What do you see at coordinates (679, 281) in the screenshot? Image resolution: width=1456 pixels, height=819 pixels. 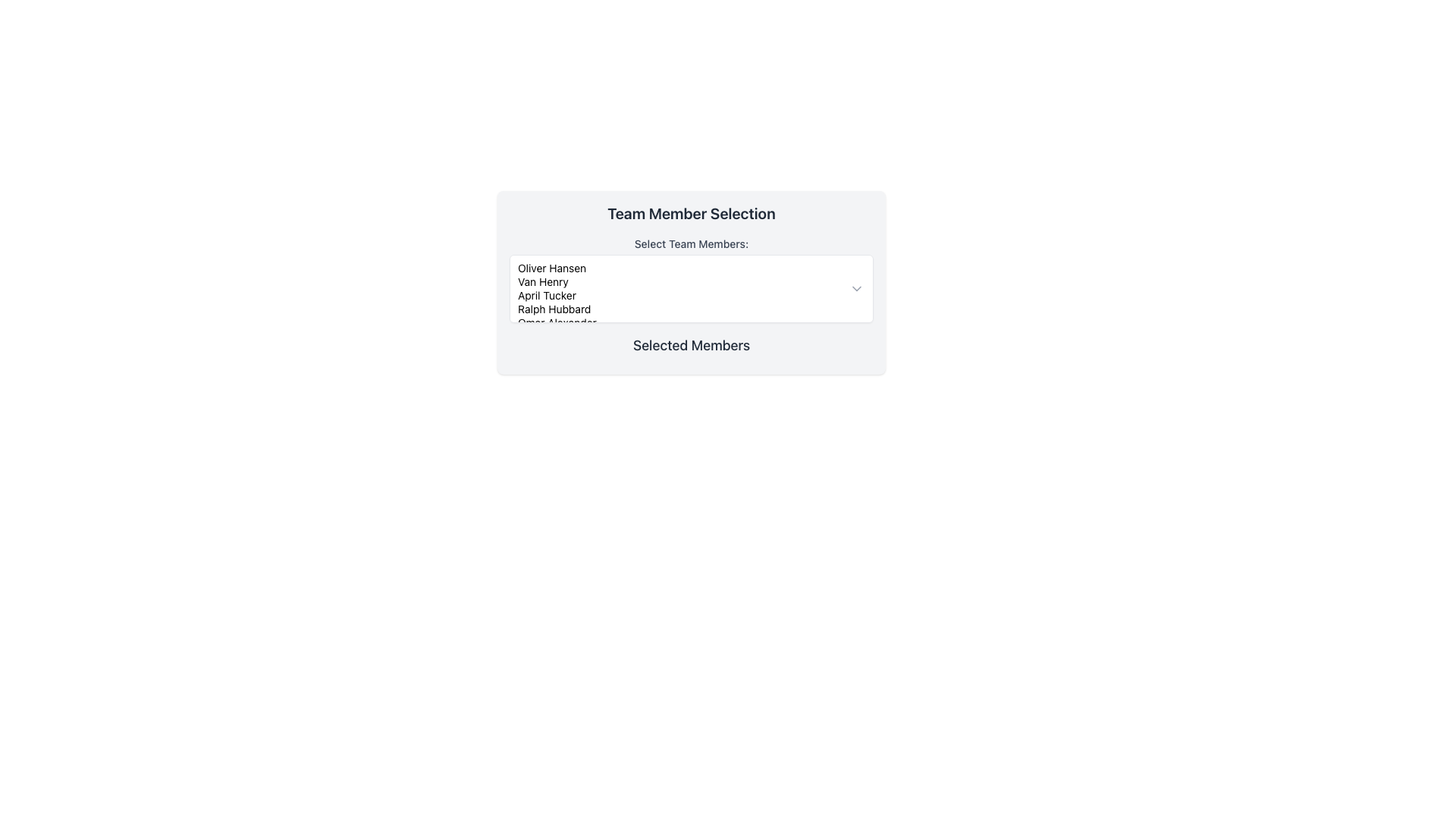 I see `the 'Van Henry' option in the dropdown menu` at bounding box center [679, 281].